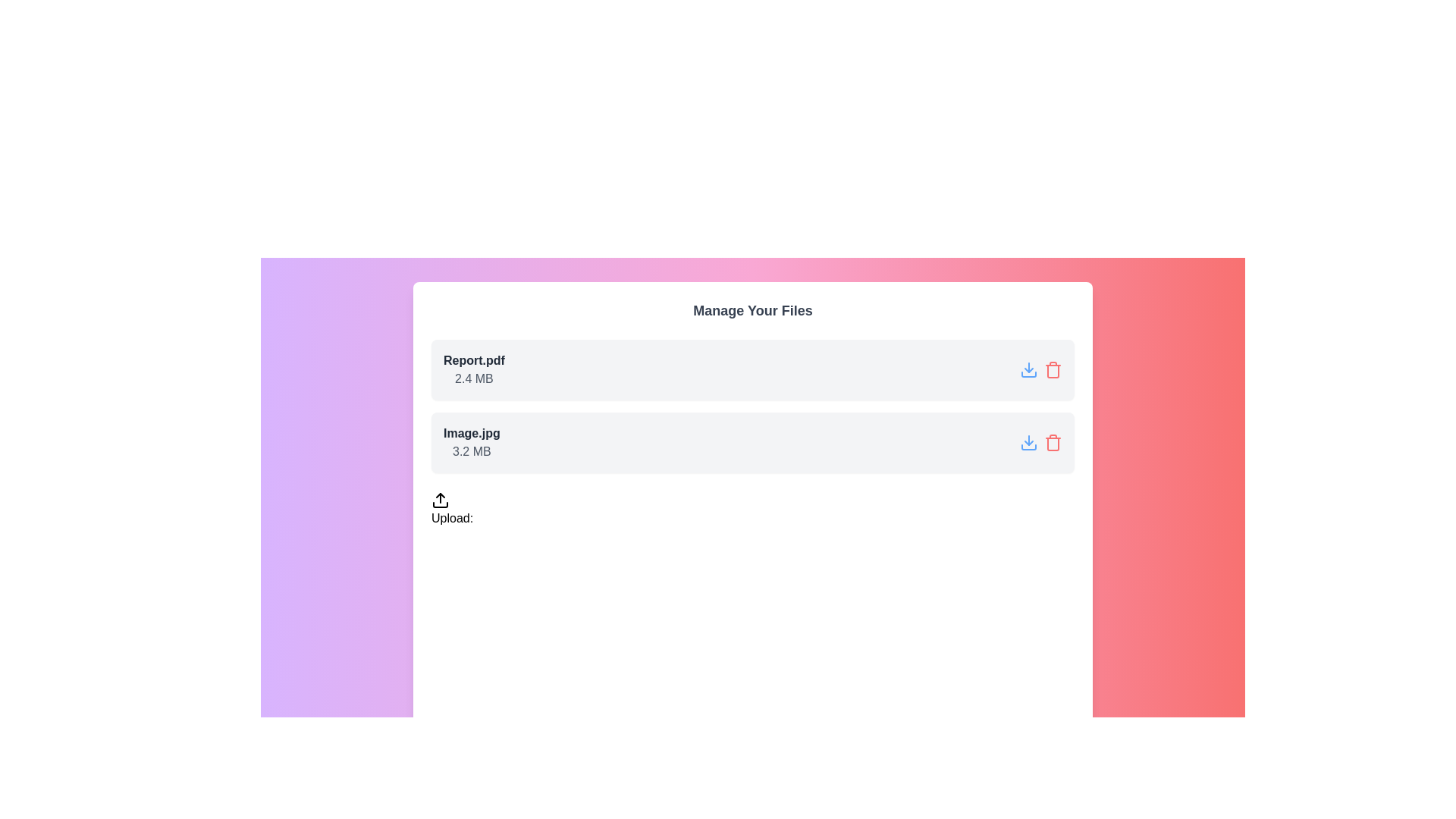  What do you see at coordinates (473, 360) in the screenshot?
I see `text content of the file name label located at the top of the list layout, positioned above the file size label displaying '2.4 MB'` at bounding box center [473, 360].